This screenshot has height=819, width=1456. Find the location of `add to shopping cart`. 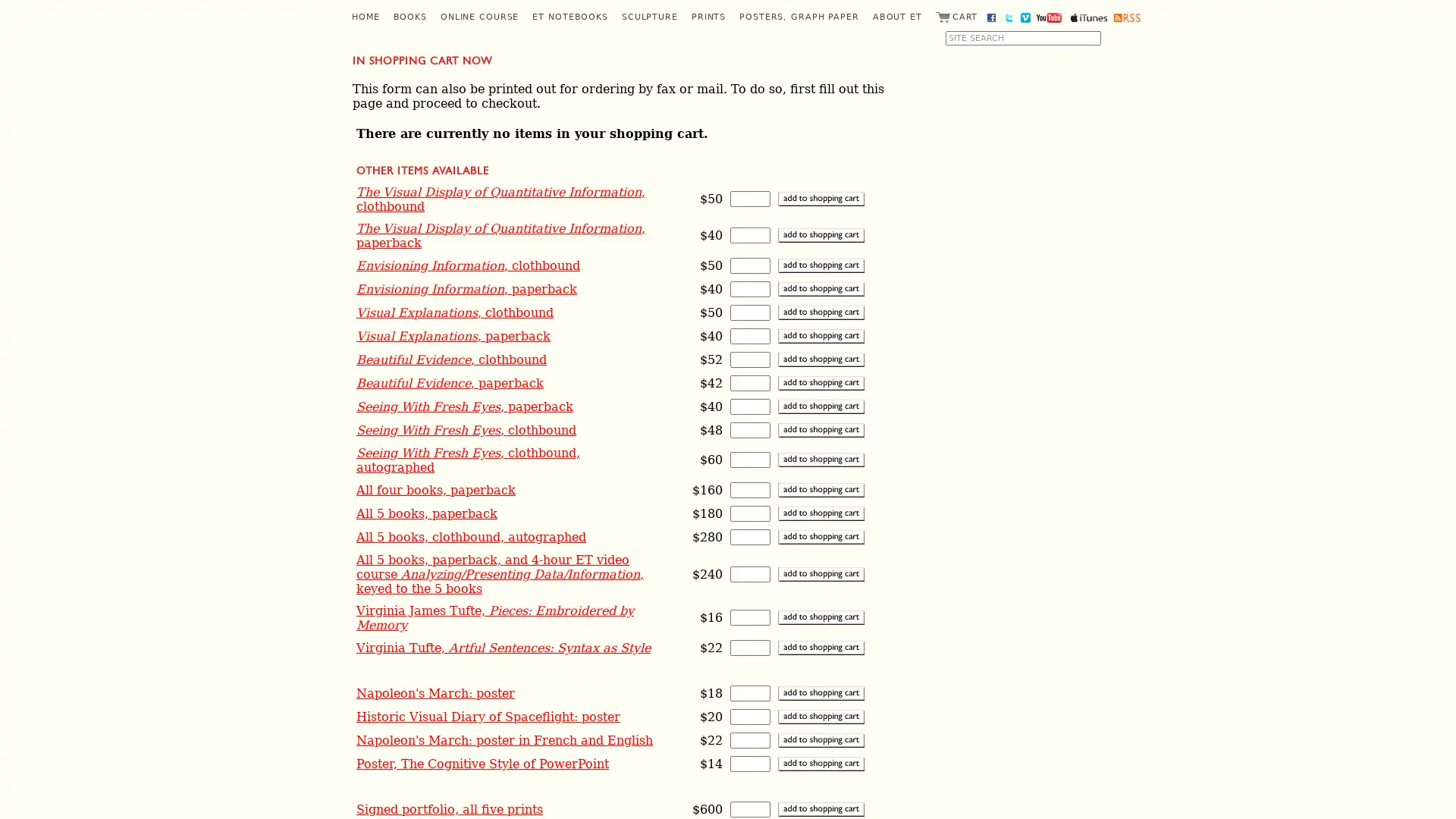

add to shopping cart is located at coordinates (821, 235).